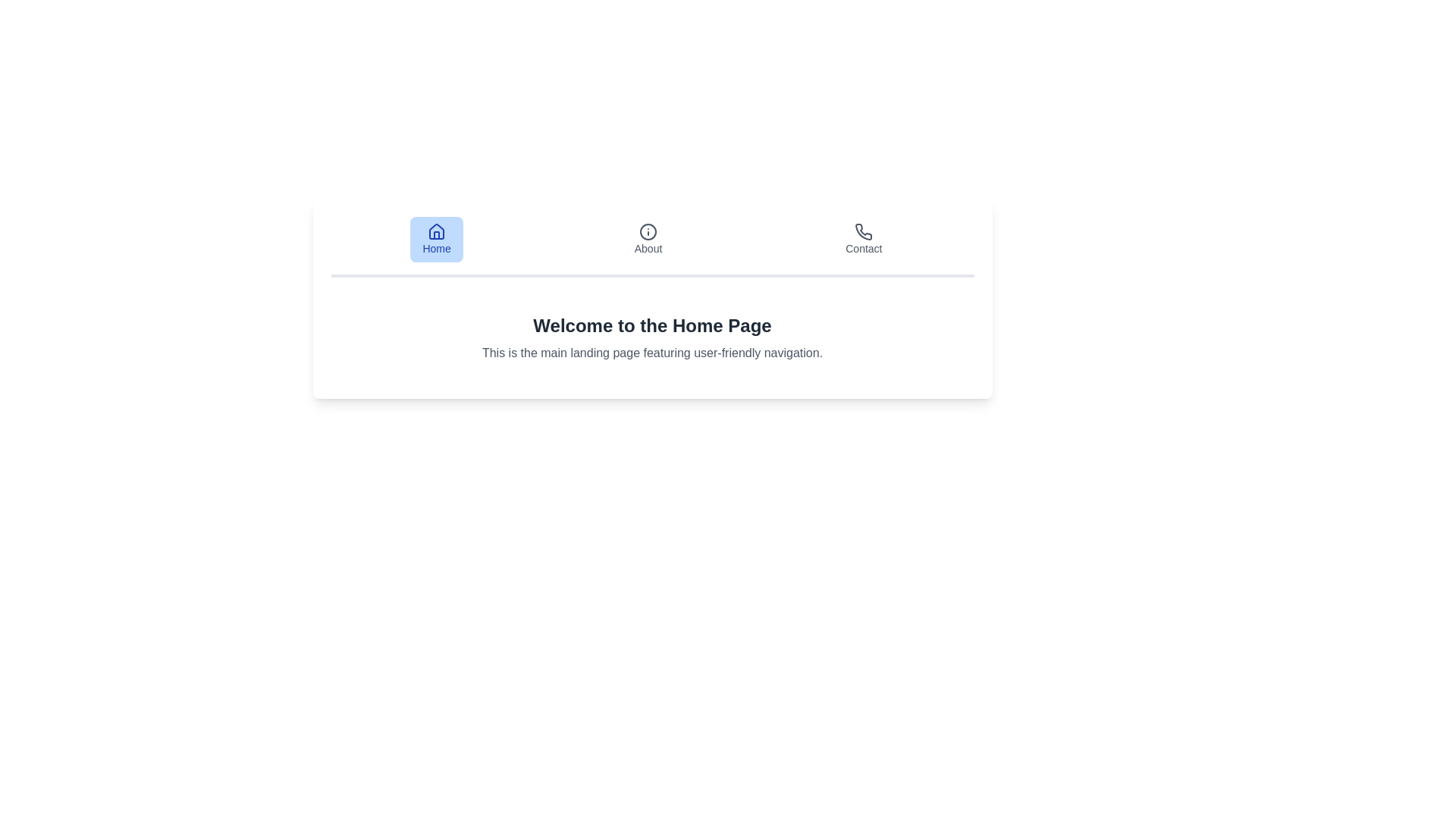  I want to click on the Contact tab to observe its style change, so click(864, 239).